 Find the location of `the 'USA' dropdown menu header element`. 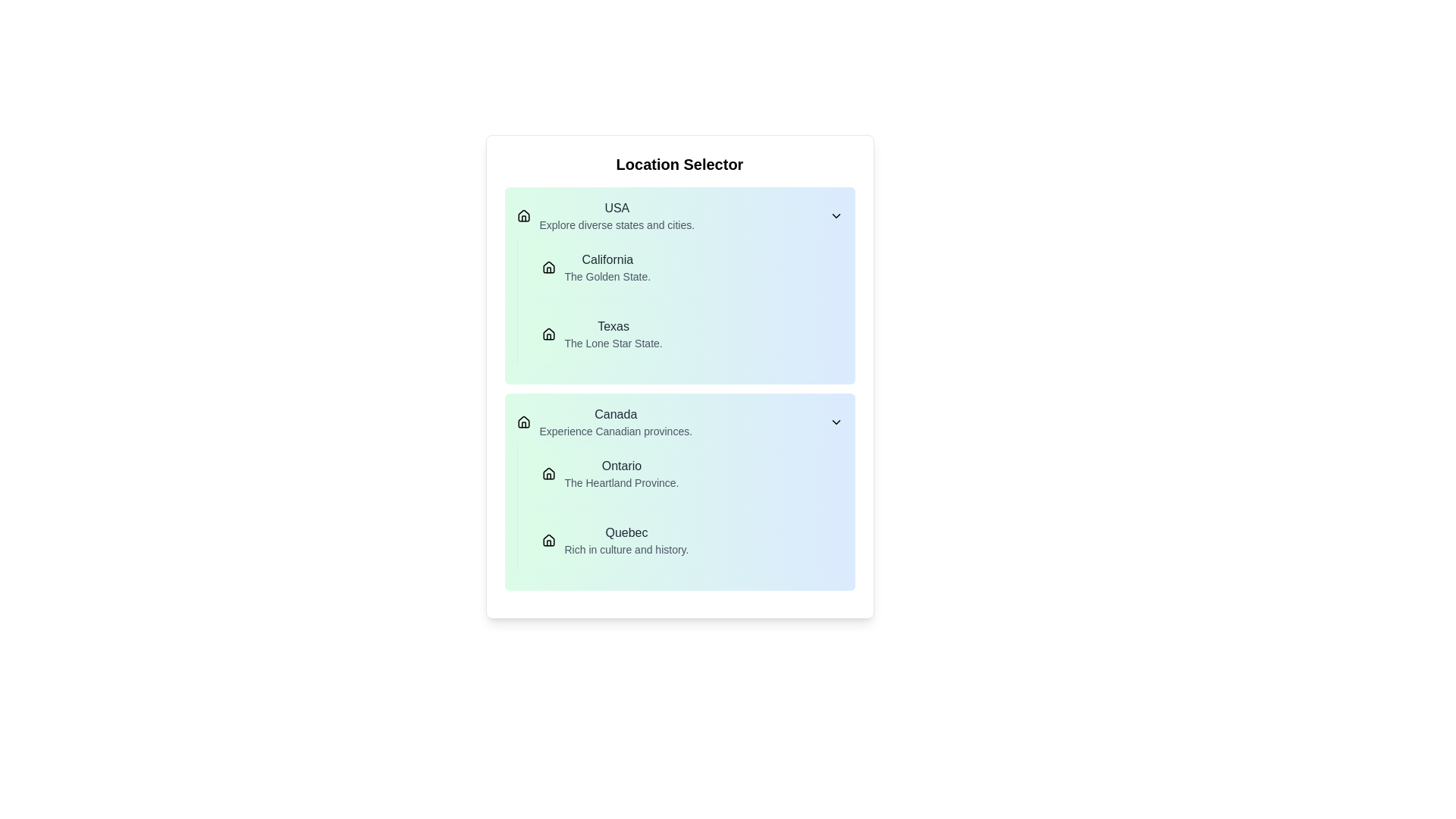

the 'USA' dropdown menu header element is located at coordinates (679, 216).